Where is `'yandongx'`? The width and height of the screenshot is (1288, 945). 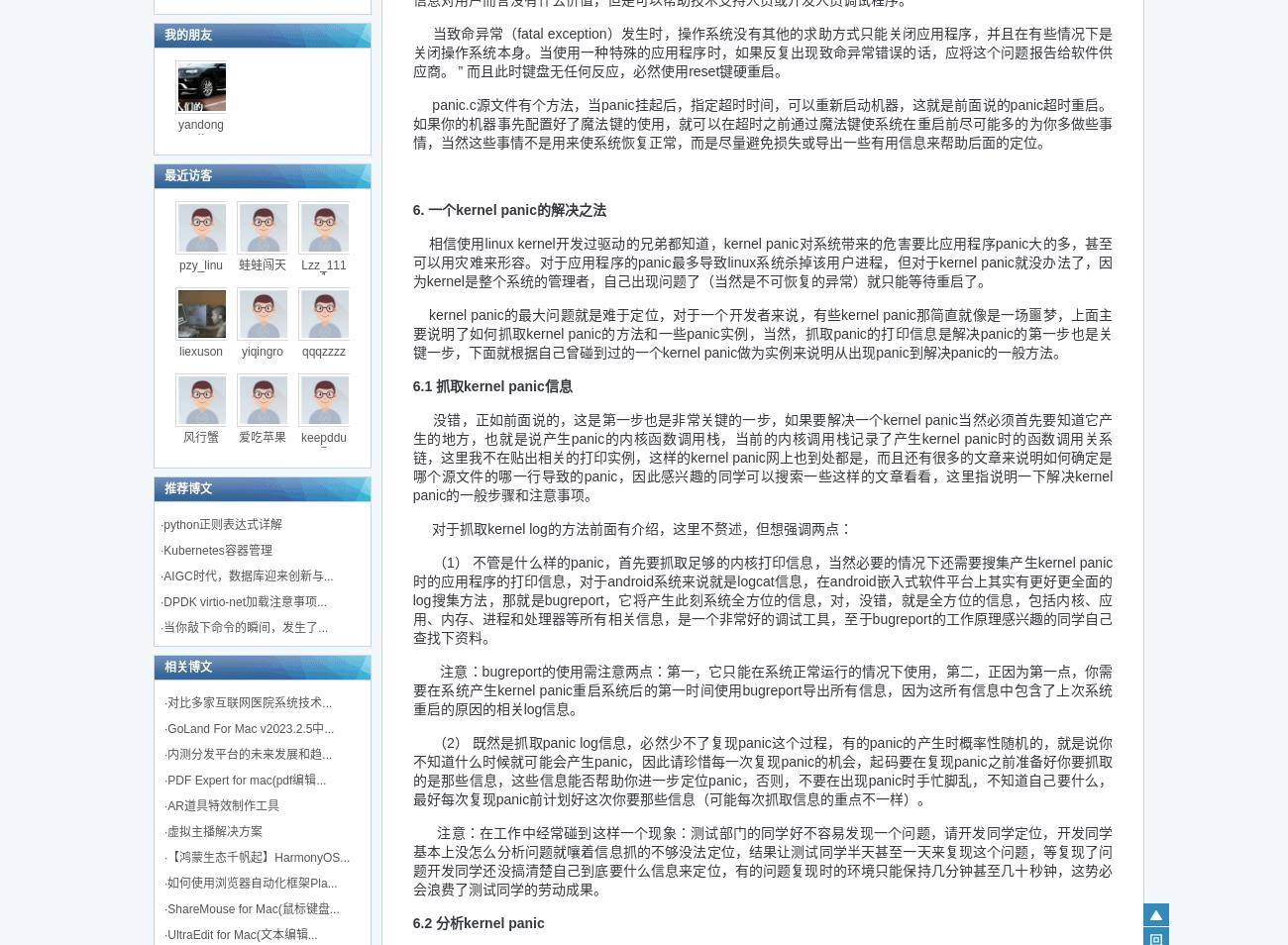
'yandongx' is located at coordinates (200, 130).